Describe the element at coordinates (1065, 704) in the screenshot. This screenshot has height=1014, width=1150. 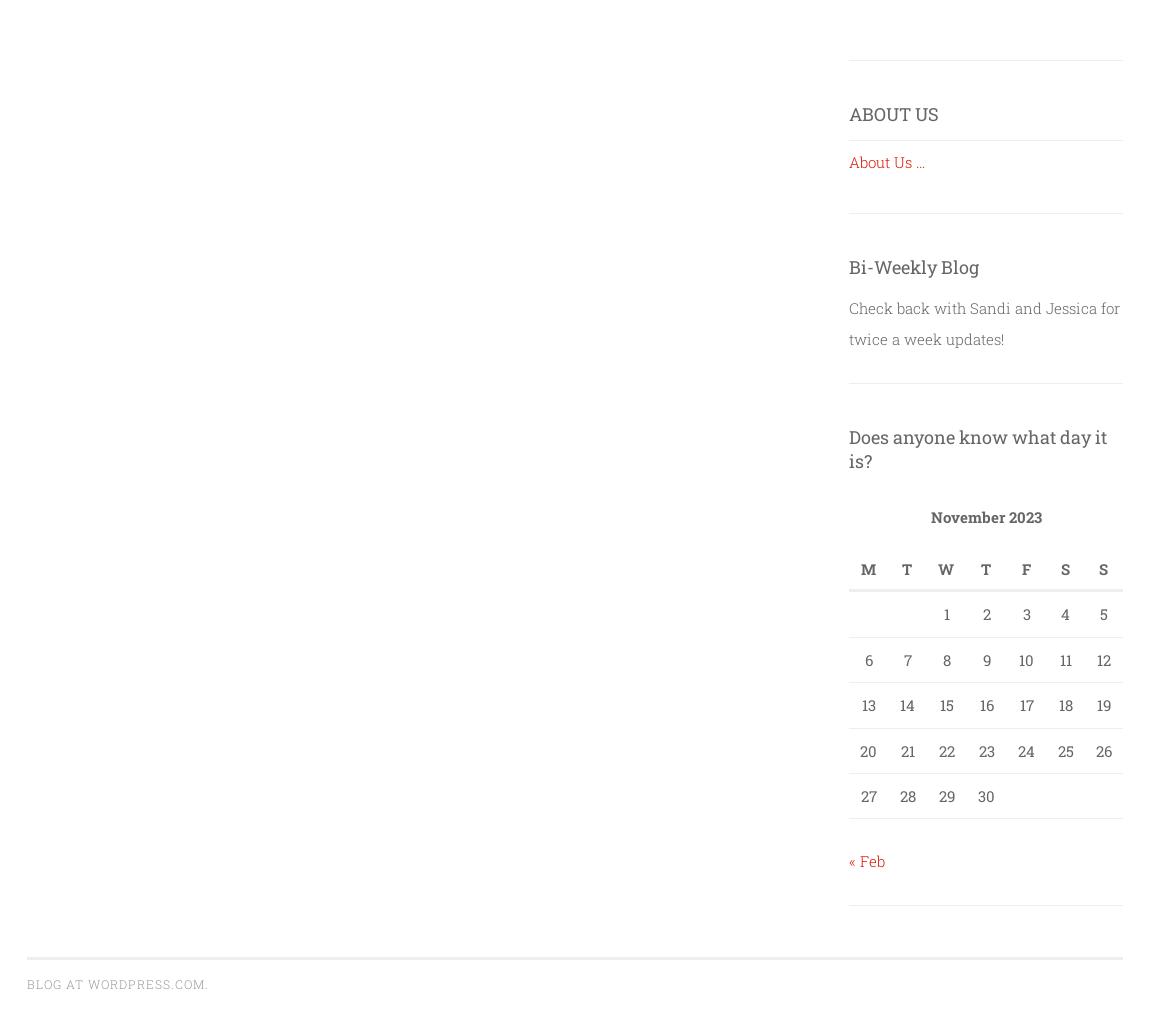
I see `'18'` at that location.